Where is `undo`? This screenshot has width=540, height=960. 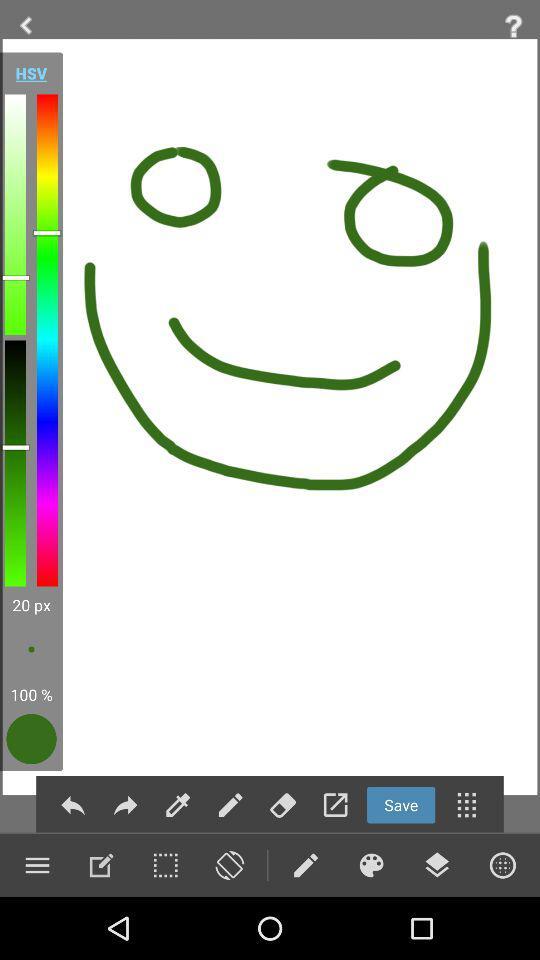
undo is located at coordinates (72, 805).